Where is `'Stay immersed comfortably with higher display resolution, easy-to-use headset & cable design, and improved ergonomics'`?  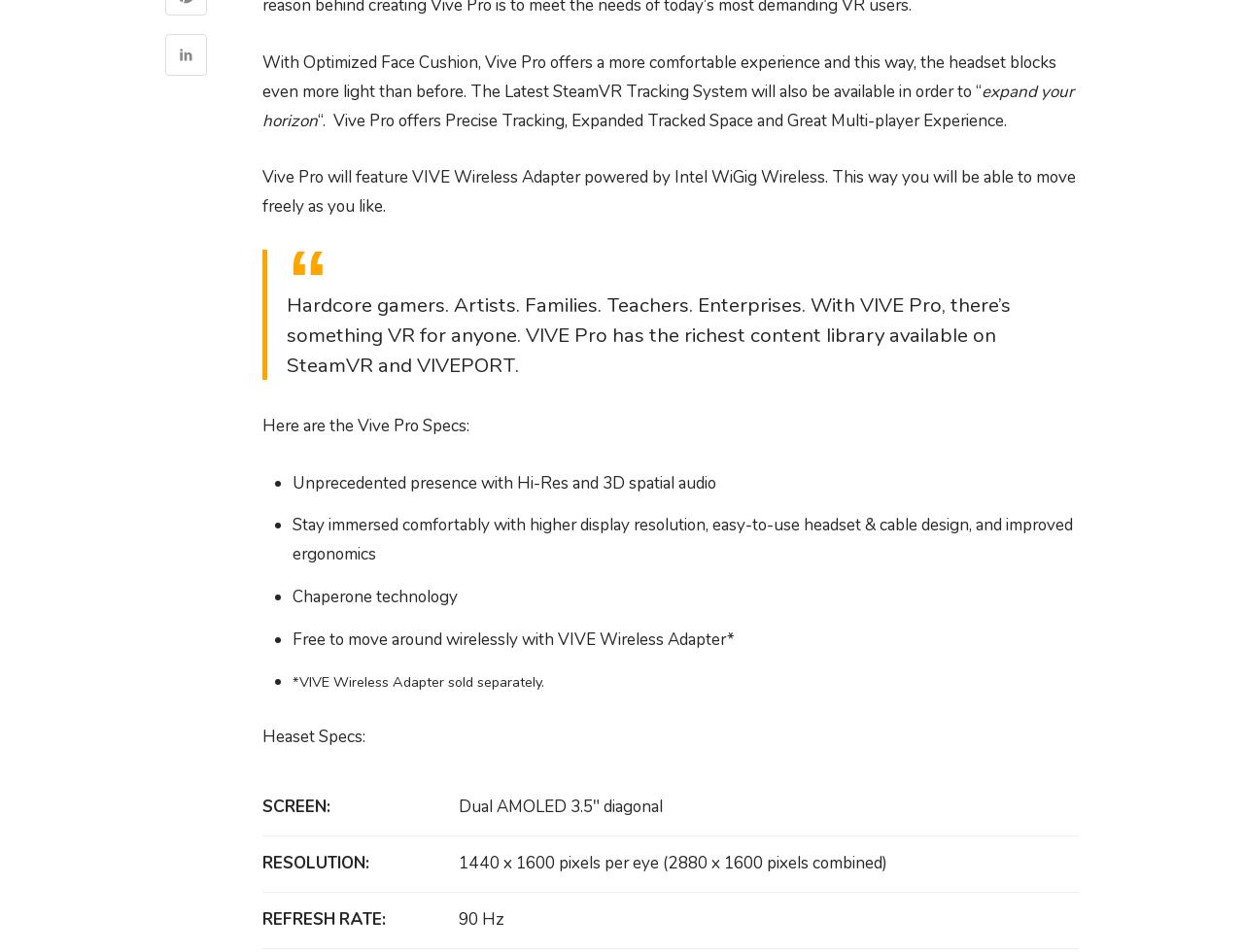
'Stay immersed comfortably with higher display resolution, easy-to-use headset & cable design, and improved ergonomics' is located at coordinates (681, 539).